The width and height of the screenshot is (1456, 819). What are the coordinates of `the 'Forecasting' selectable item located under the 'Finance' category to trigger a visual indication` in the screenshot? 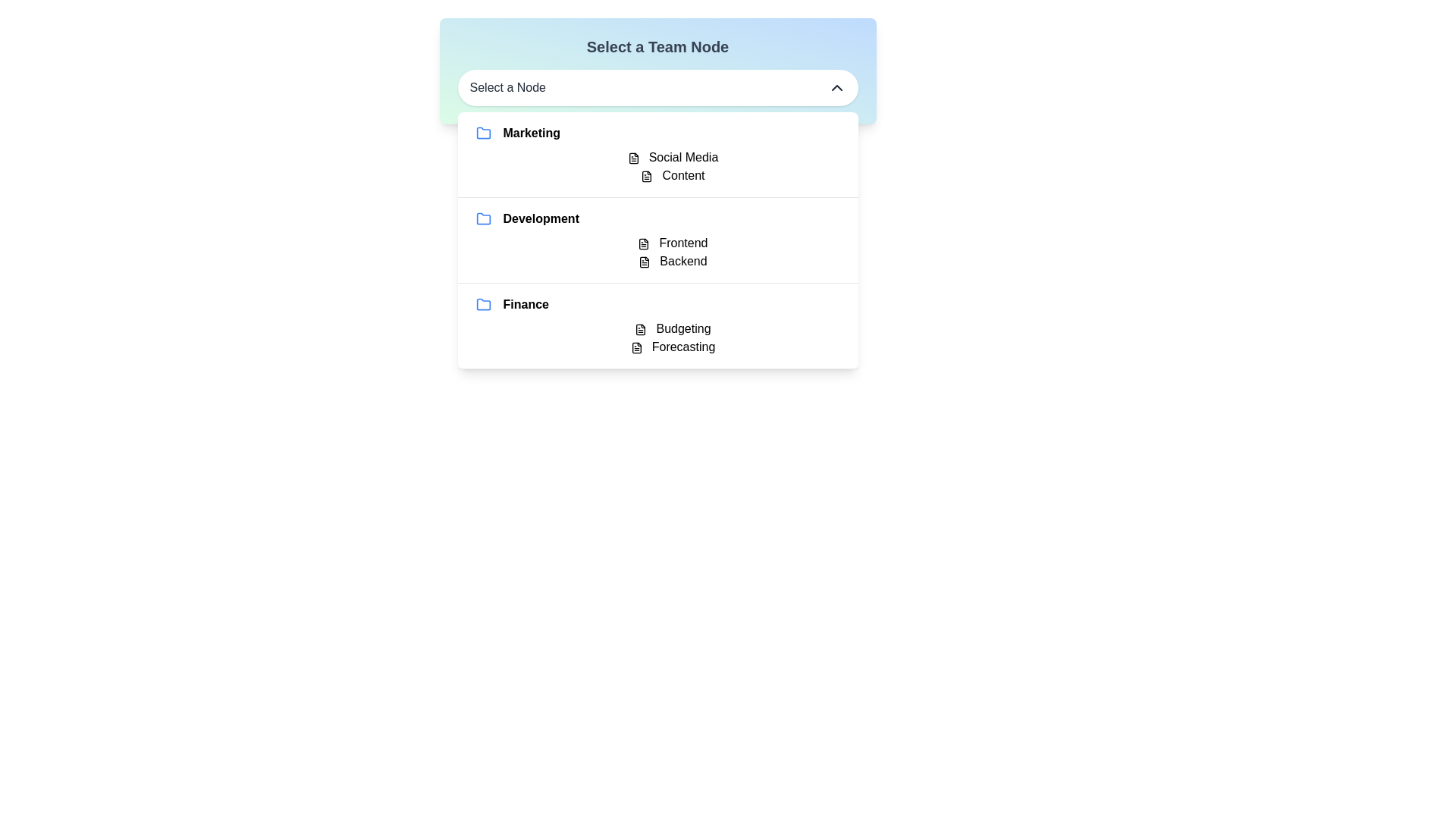 It's located at (672, 347).